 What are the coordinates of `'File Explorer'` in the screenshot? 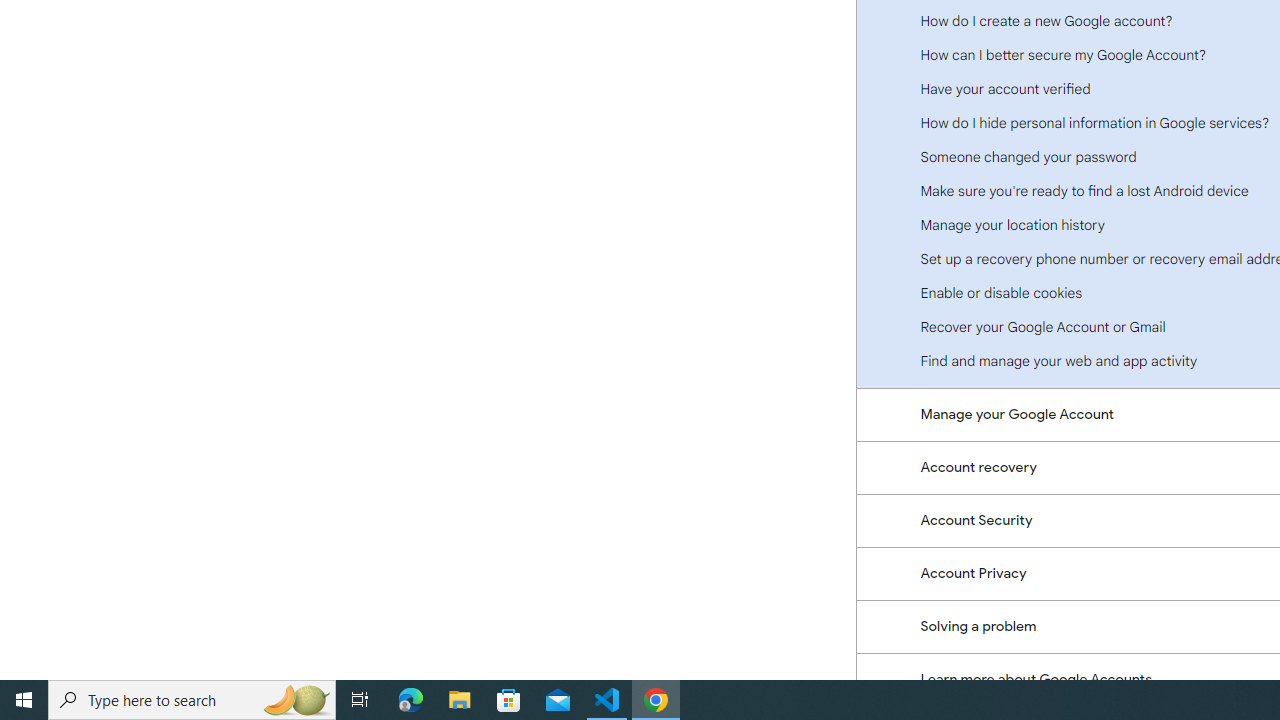 It's located at (459, 698).